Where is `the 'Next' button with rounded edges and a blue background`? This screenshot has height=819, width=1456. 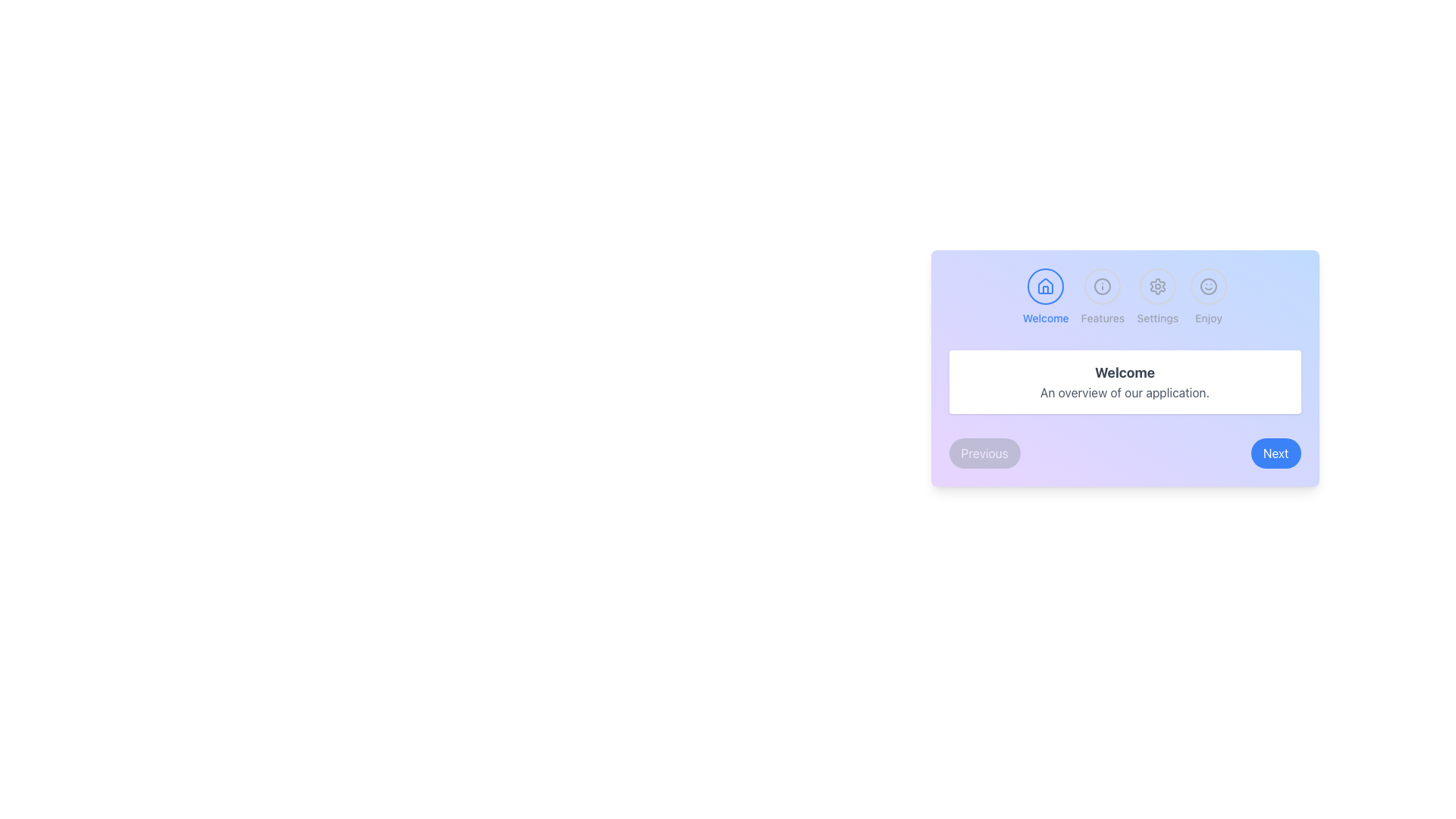 the 'Next' button with rounded edges and a blue background is located at coordinates (1275, 452).